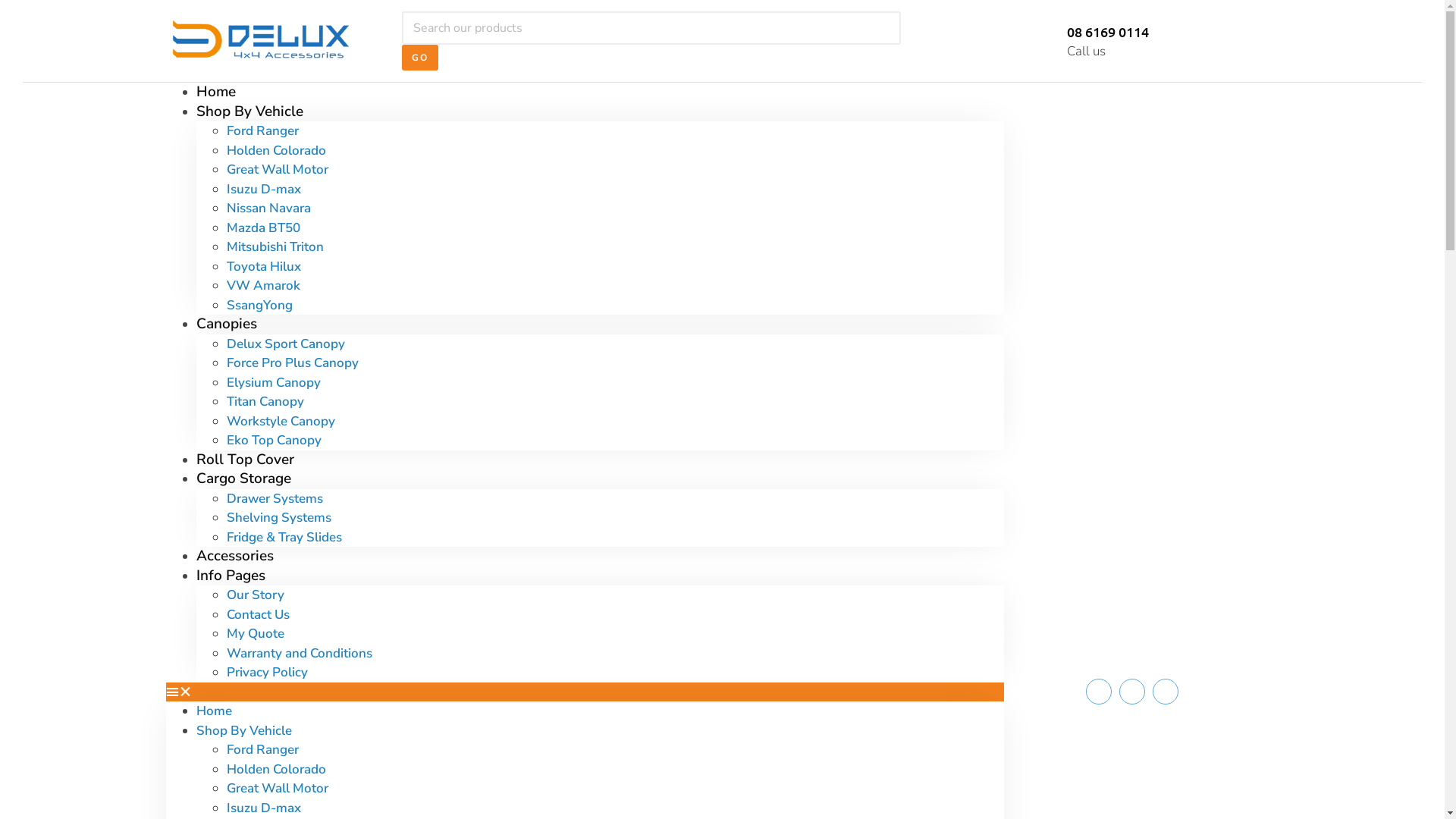  Describe the element at coordinates (224, 246) in the screenshot. I see `'Mitsubishi Triton'` at that location.